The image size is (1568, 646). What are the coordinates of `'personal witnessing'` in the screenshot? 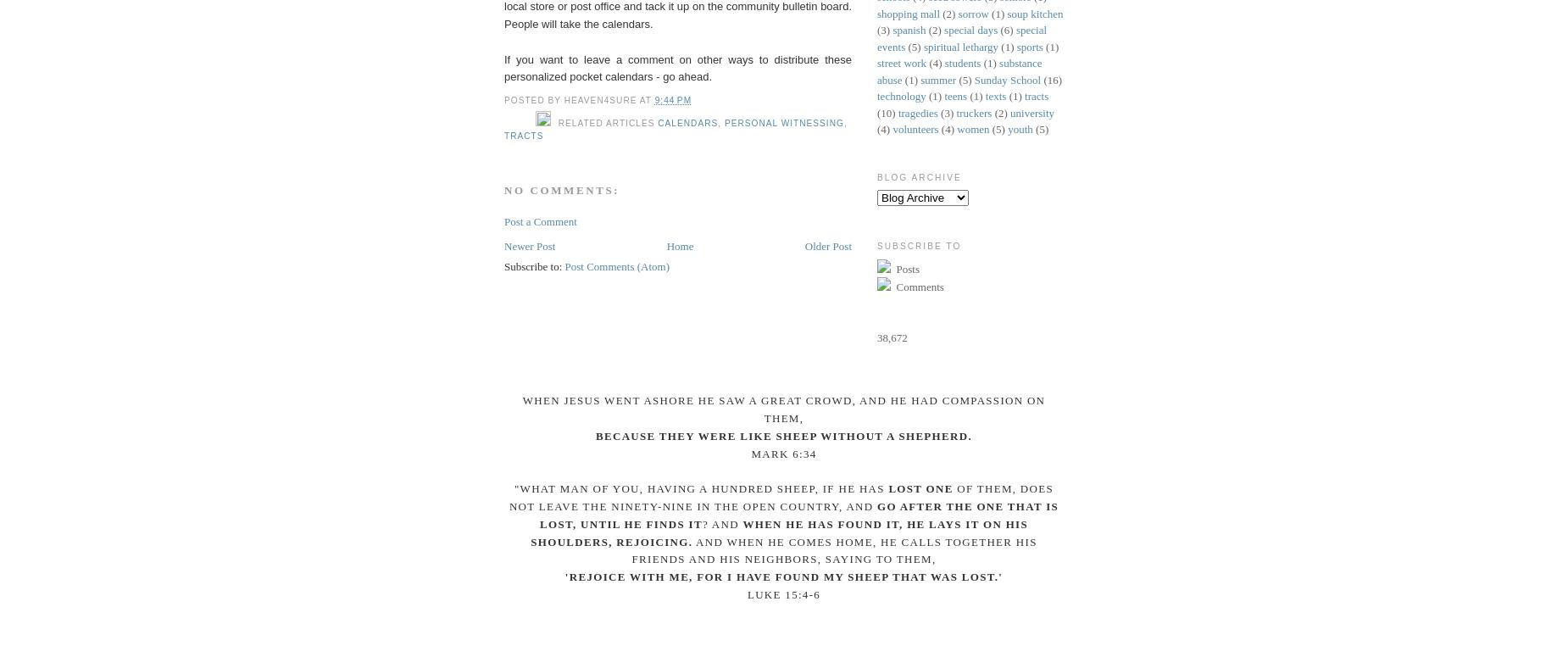 It's located at (723, 122).